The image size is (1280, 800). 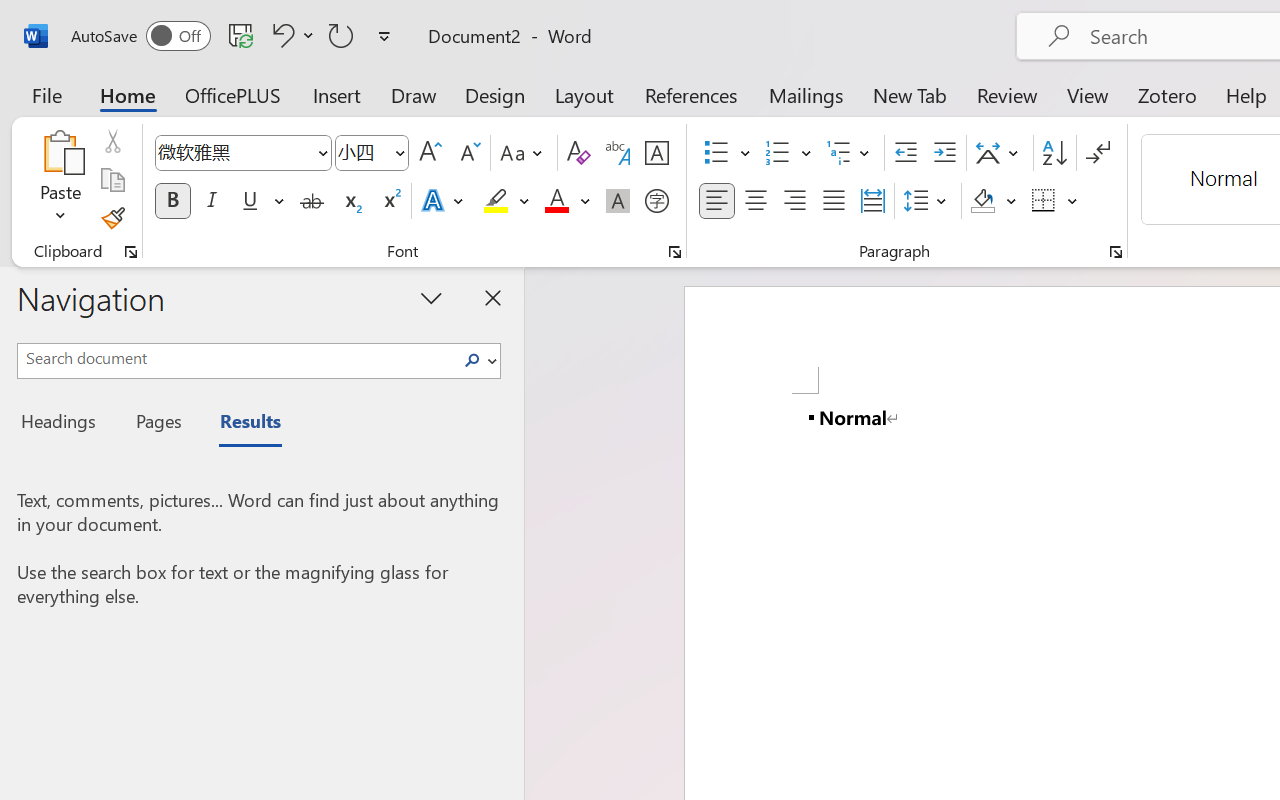 I want to click on 'Home', so click(x=127, y=94).